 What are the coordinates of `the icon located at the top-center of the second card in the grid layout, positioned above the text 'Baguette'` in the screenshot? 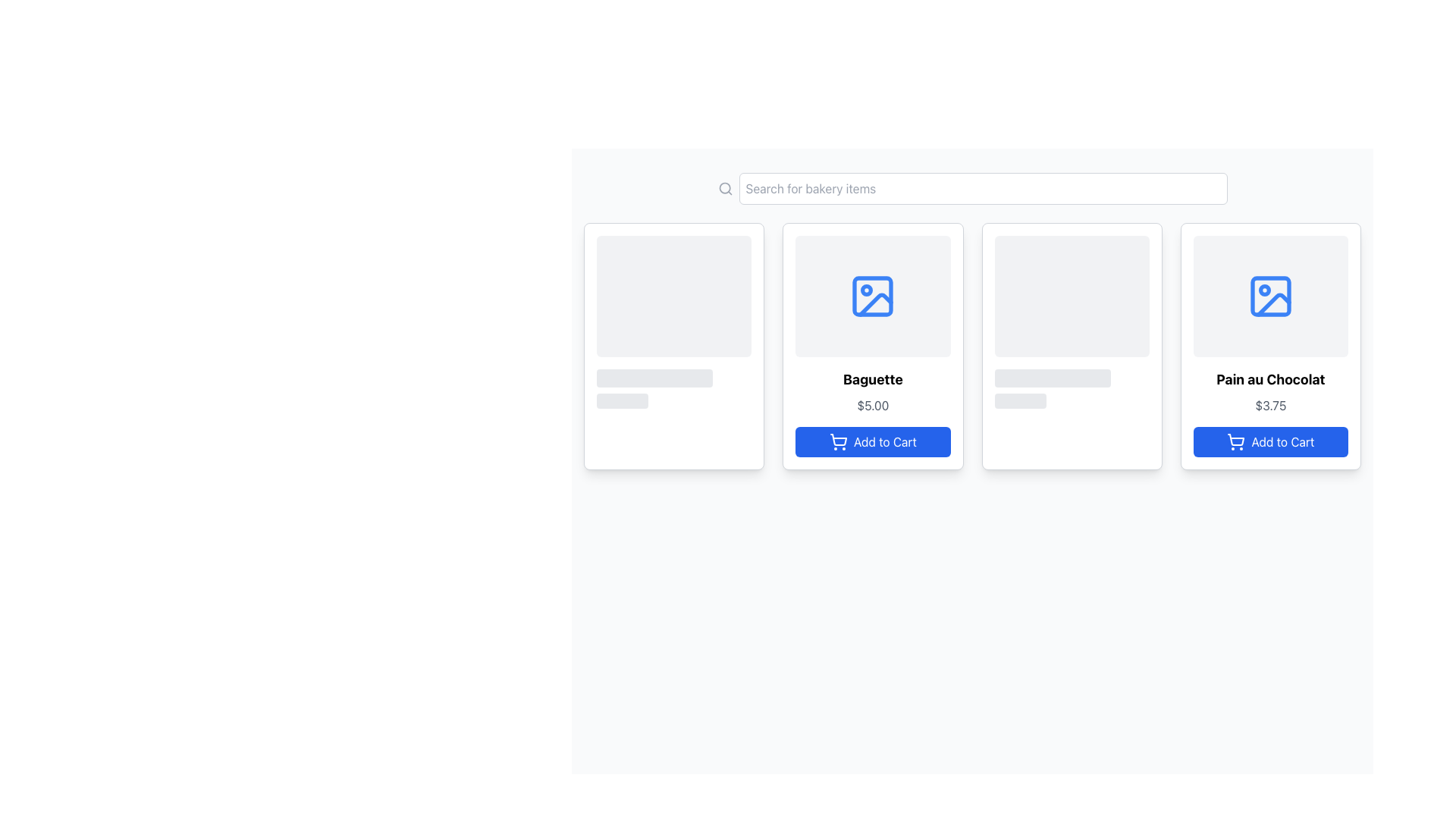 It's located at (873, 296).